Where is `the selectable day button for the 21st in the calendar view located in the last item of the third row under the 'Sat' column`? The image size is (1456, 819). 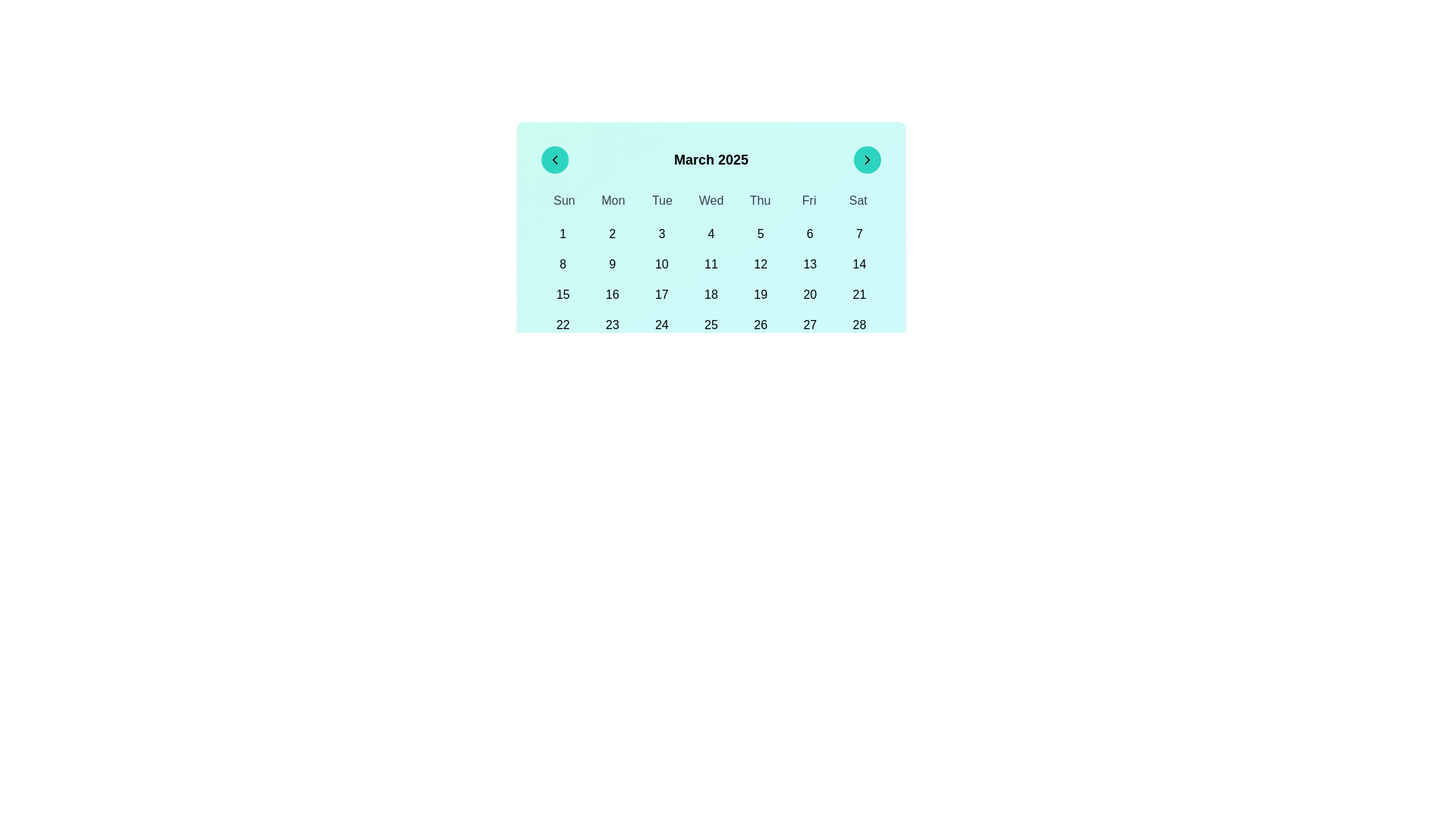 the selectable day button for the 21st in the calendar view located in the last item of the third row under the 'Sat' column is located at coordinates (858, 295).